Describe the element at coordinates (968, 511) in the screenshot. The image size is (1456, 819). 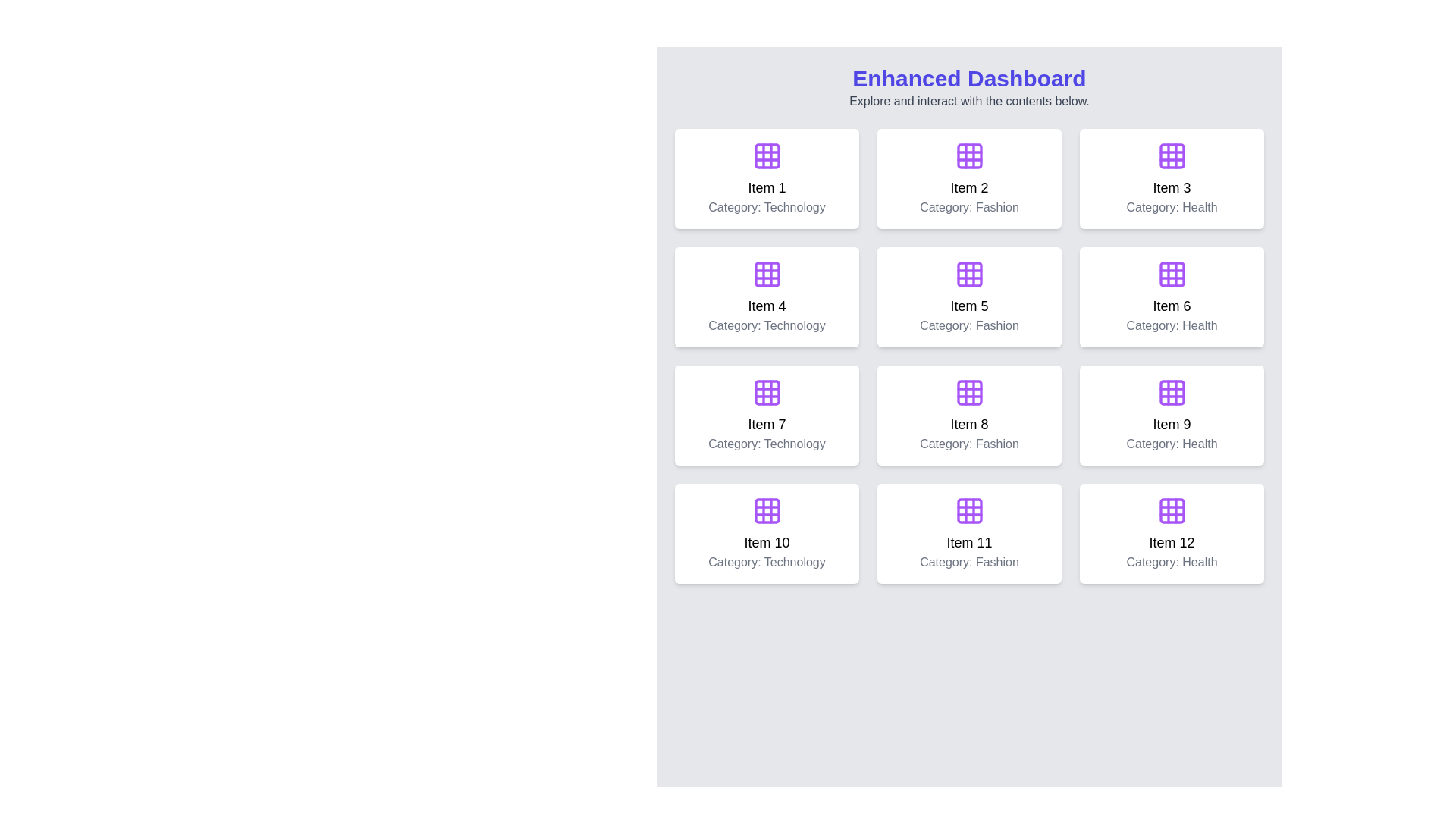
I see `the center cell of the 3x3 grid icon component located in the second column of the fourth row of the dashboard interface` at that location.